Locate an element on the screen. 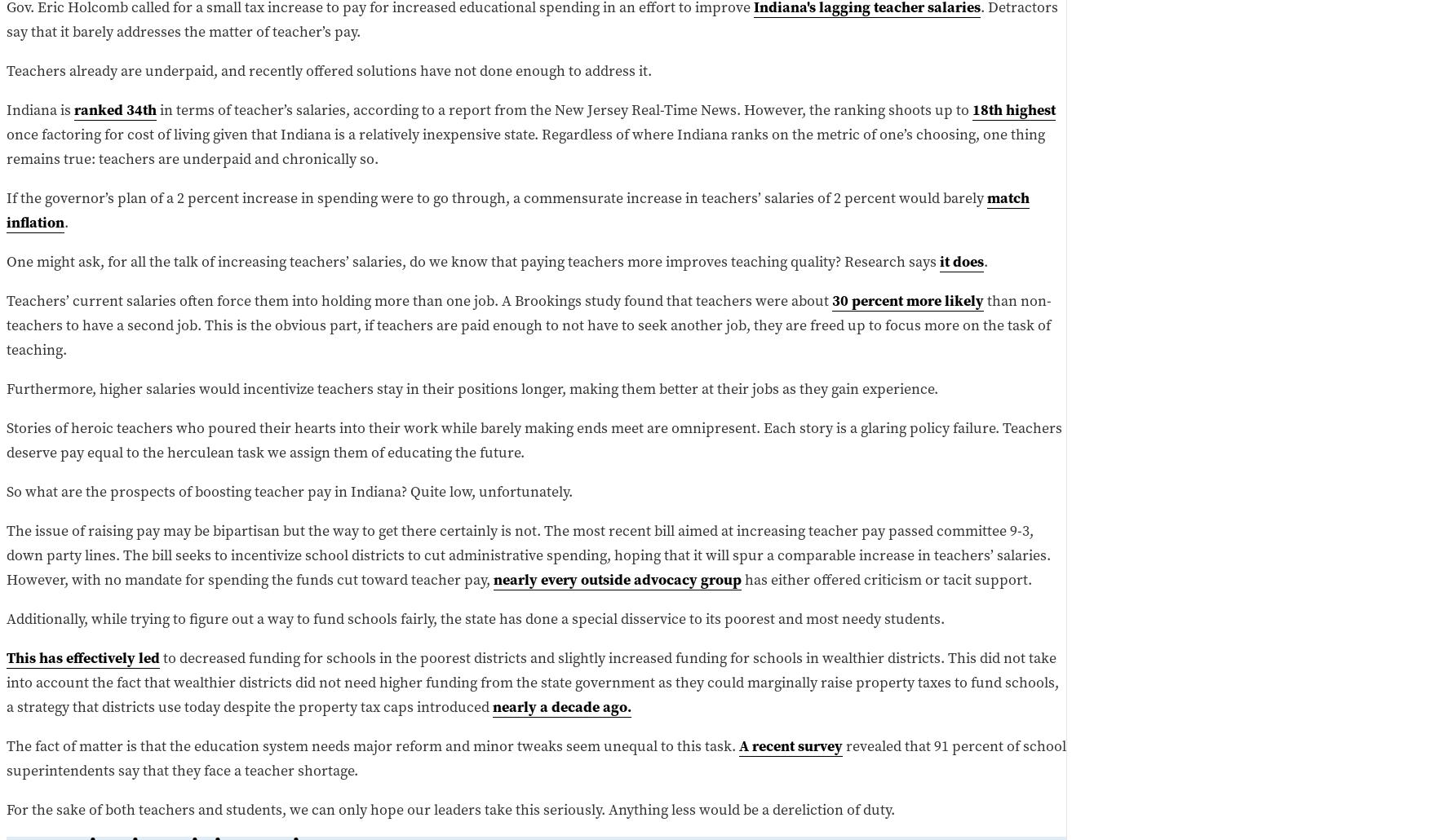  'Stories of heroic teachers who poured their hearts into their work while barely making ends meet are omnipresent. Each story is a glaring policy failure. Teachers deserve pay equal to the herculean task we assign them of educating the future.' is located at coordinates (534, 439).